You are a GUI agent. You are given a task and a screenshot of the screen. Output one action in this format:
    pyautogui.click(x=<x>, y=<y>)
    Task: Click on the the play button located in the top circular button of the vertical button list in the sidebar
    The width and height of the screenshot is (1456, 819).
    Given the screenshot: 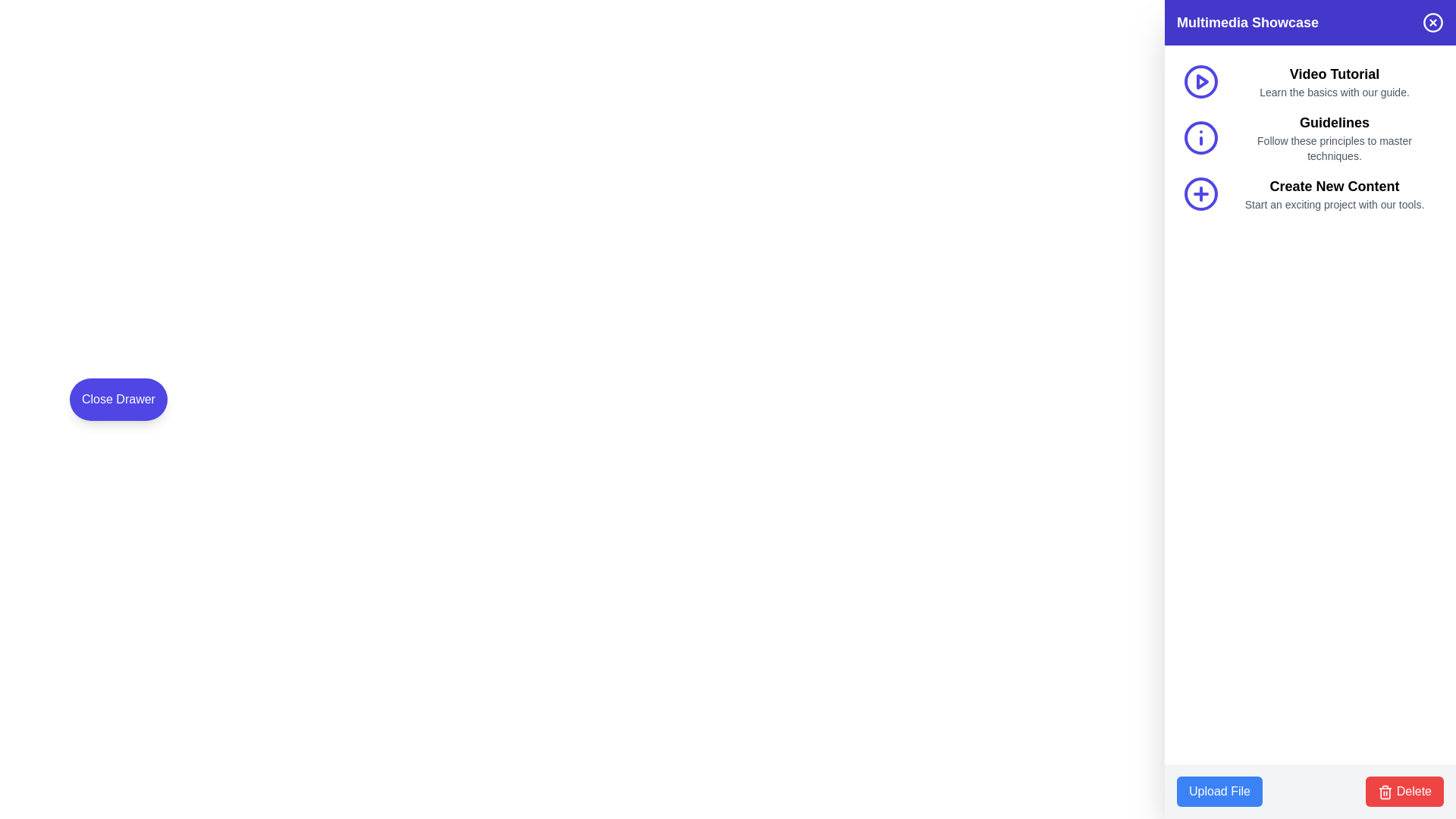 What is the action you would take?
    pyautogui.click(x=1201, y=82)
    